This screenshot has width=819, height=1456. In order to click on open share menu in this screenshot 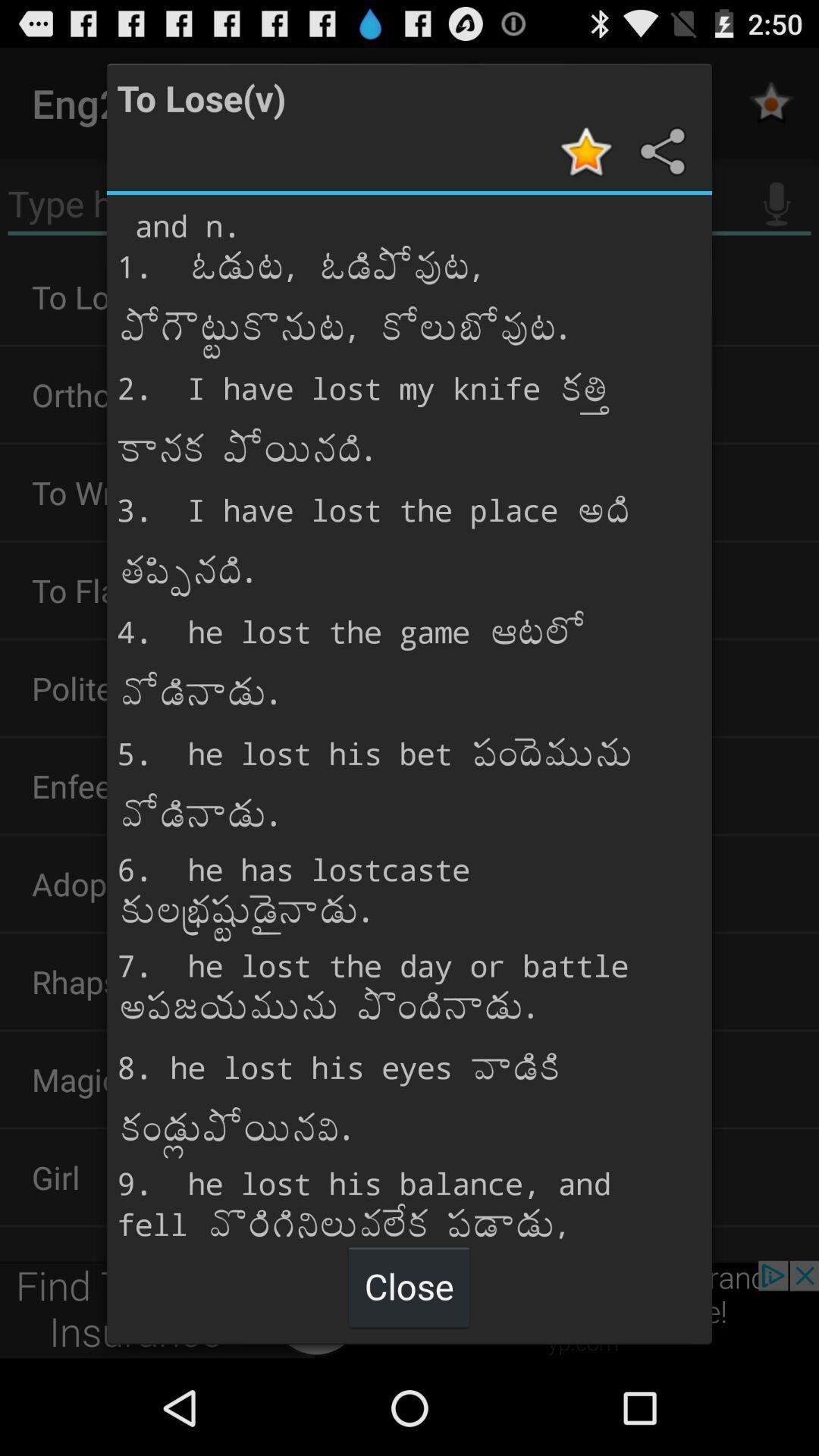, I will do `click(660, 151)`.